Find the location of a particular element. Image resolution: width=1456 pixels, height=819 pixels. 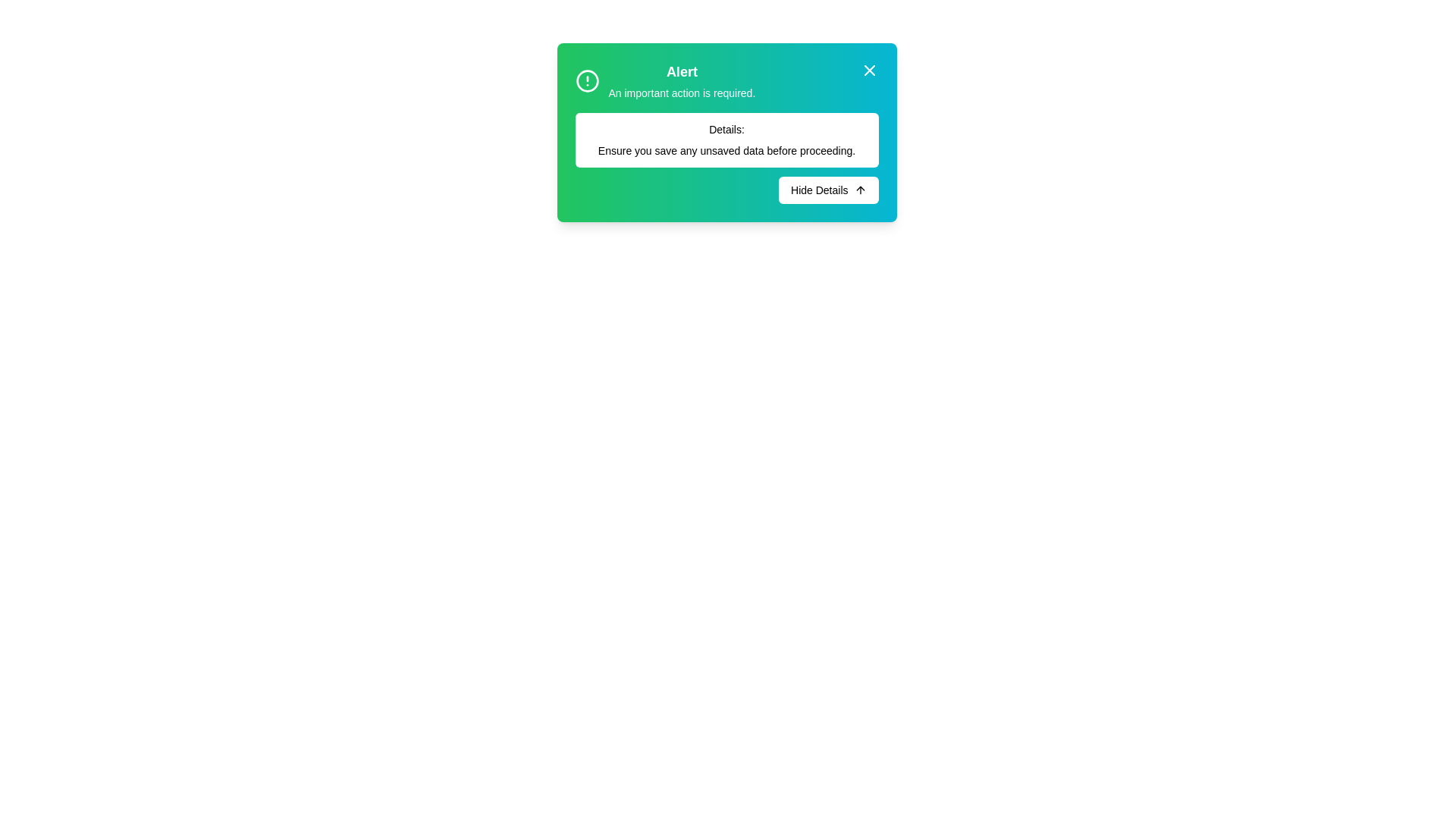

the prominently displayed 'Alert' text label, which is bold and slightly enlarged, located near the top-center of the main dialog box is located at coordinates (681, 72).